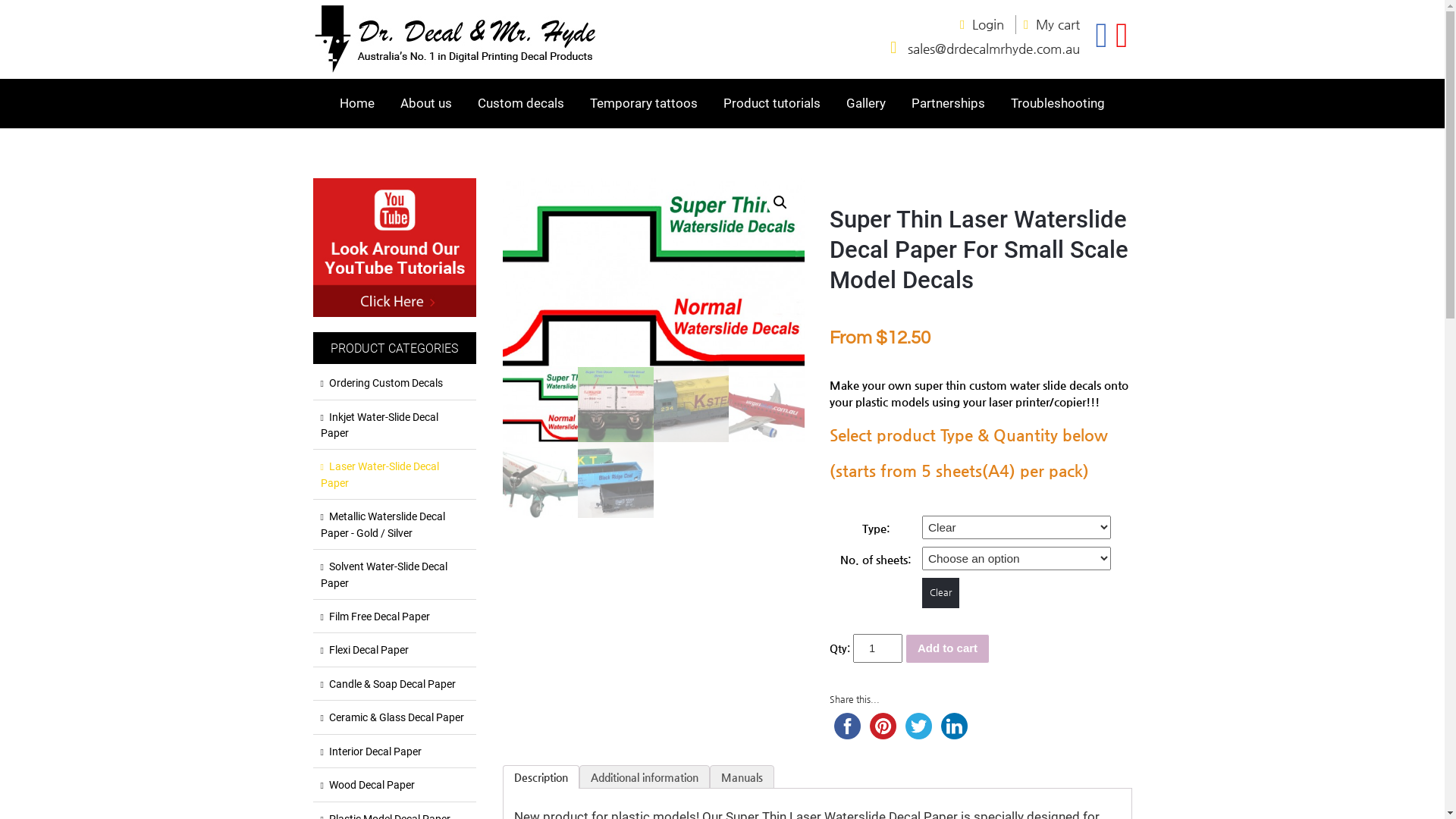  I want to click on 'Partnerships', so click(947, 102).